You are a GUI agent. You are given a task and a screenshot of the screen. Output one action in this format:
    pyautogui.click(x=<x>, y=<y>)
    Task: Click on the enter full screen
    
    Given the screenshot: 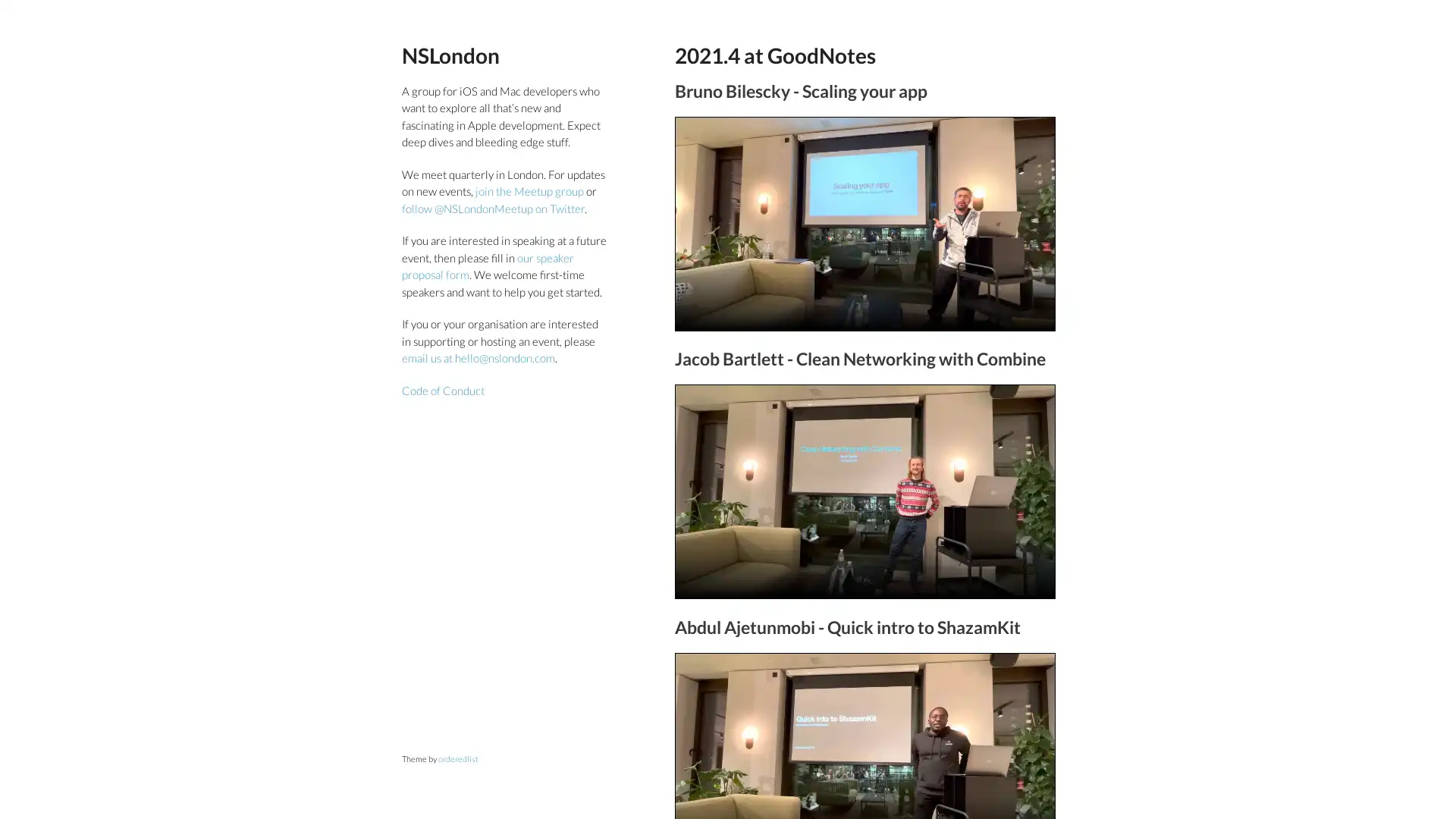 What is the action you would take?
    pyautogui.click(x=1000, y=561)
    